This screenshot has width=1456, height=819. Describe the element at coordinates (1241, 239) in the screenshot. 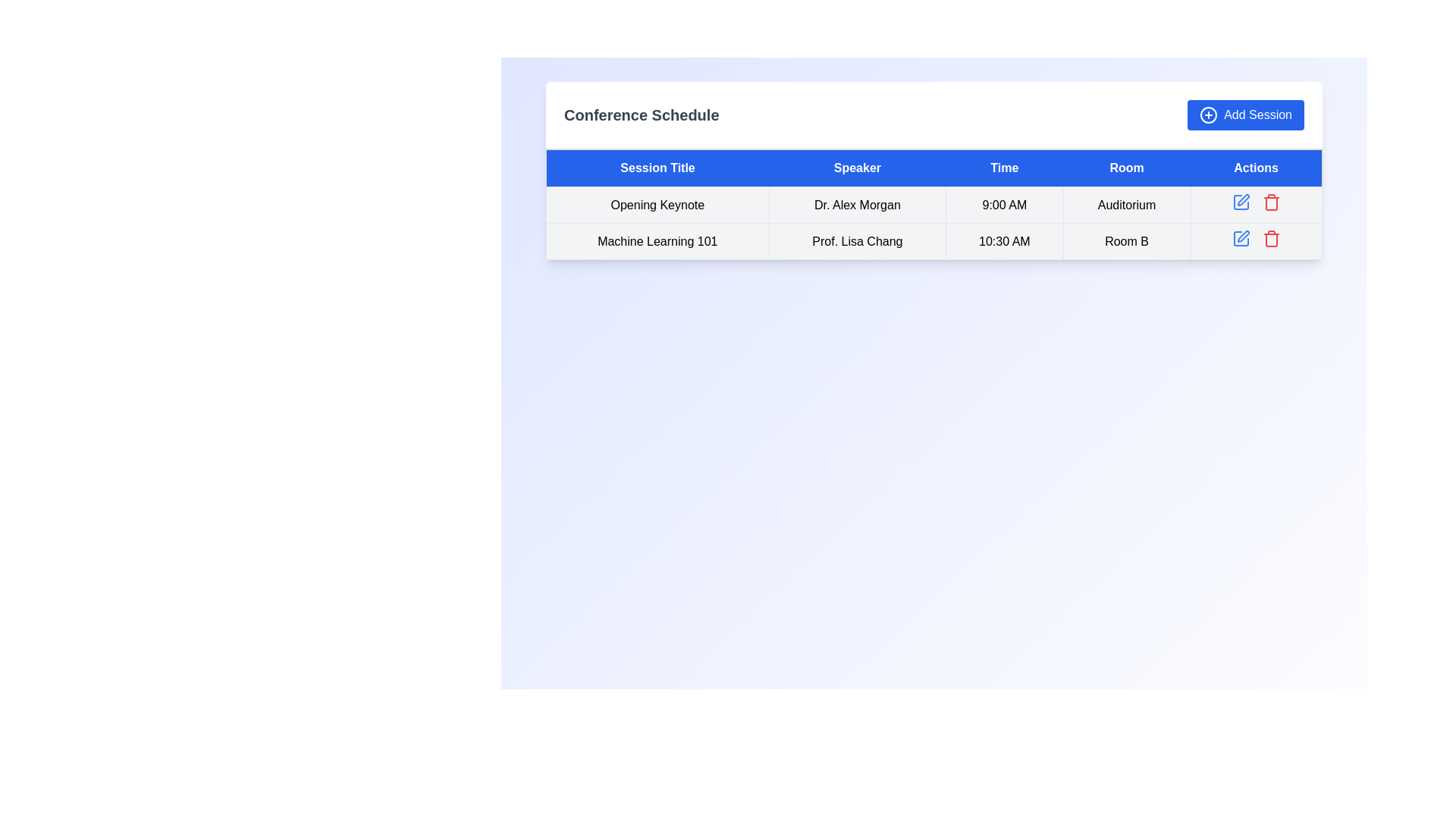

I see `the blue pencil icon button in the 'Actions' column of the second row under the 'Conference Schedule' header` at that location.